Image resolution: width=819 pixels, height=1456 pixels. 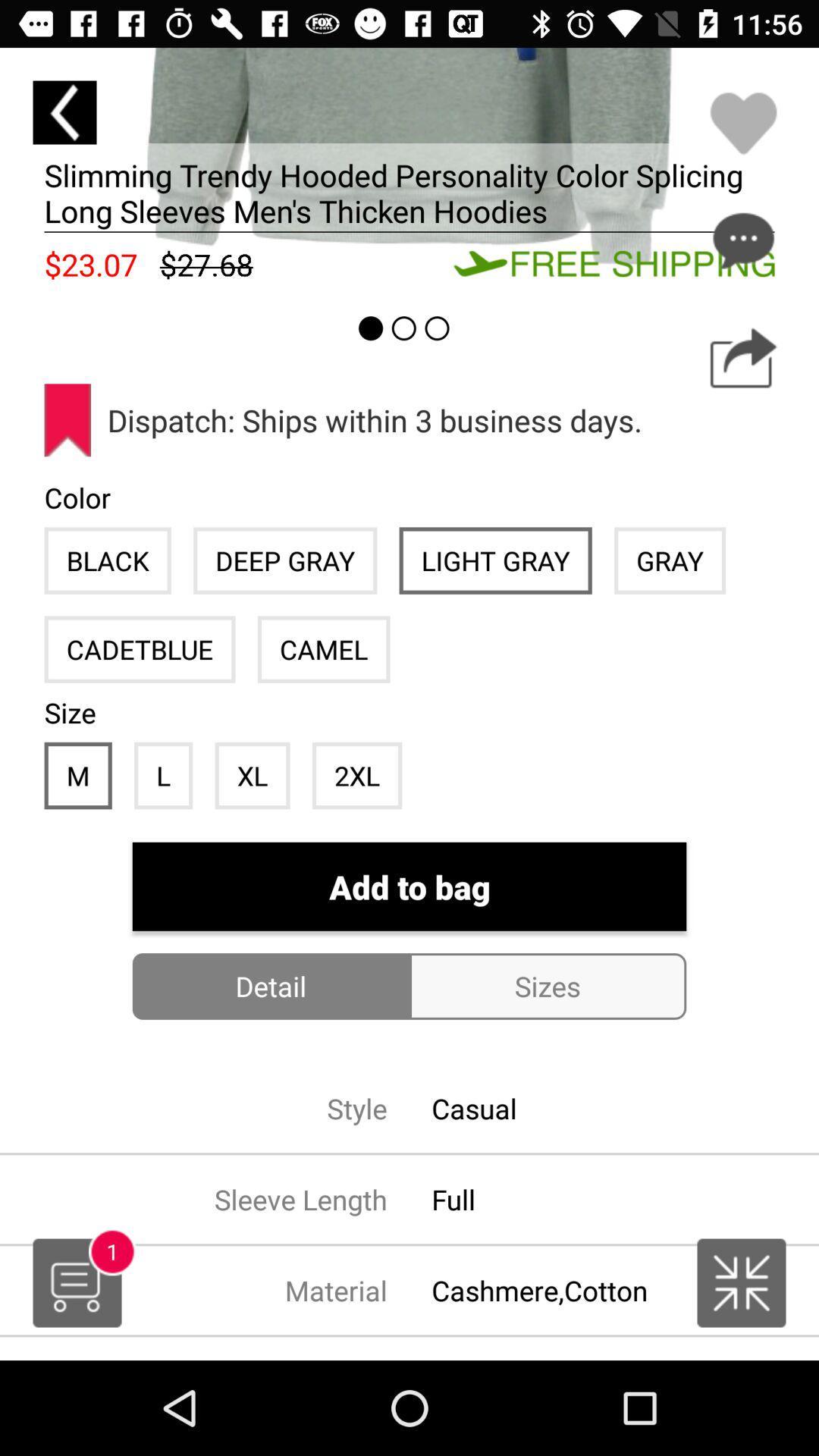 What do you see at coordinates (77, 1282) in the screenshot?
I see `the cart icon` at bounding box center [77, 1282].